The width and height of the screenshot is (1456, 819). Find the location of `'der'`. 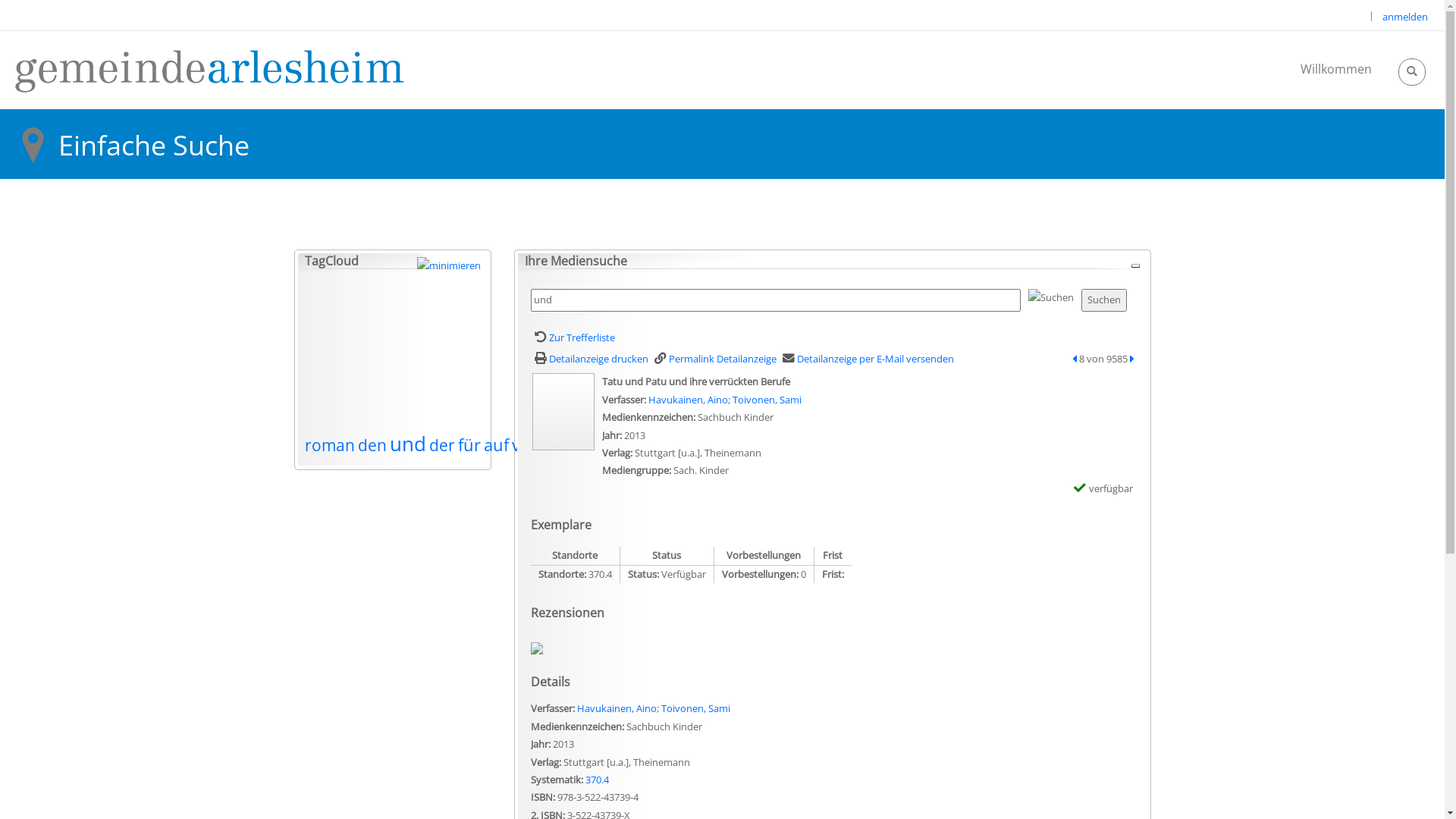

'der' is located at coordinates (441, 444).